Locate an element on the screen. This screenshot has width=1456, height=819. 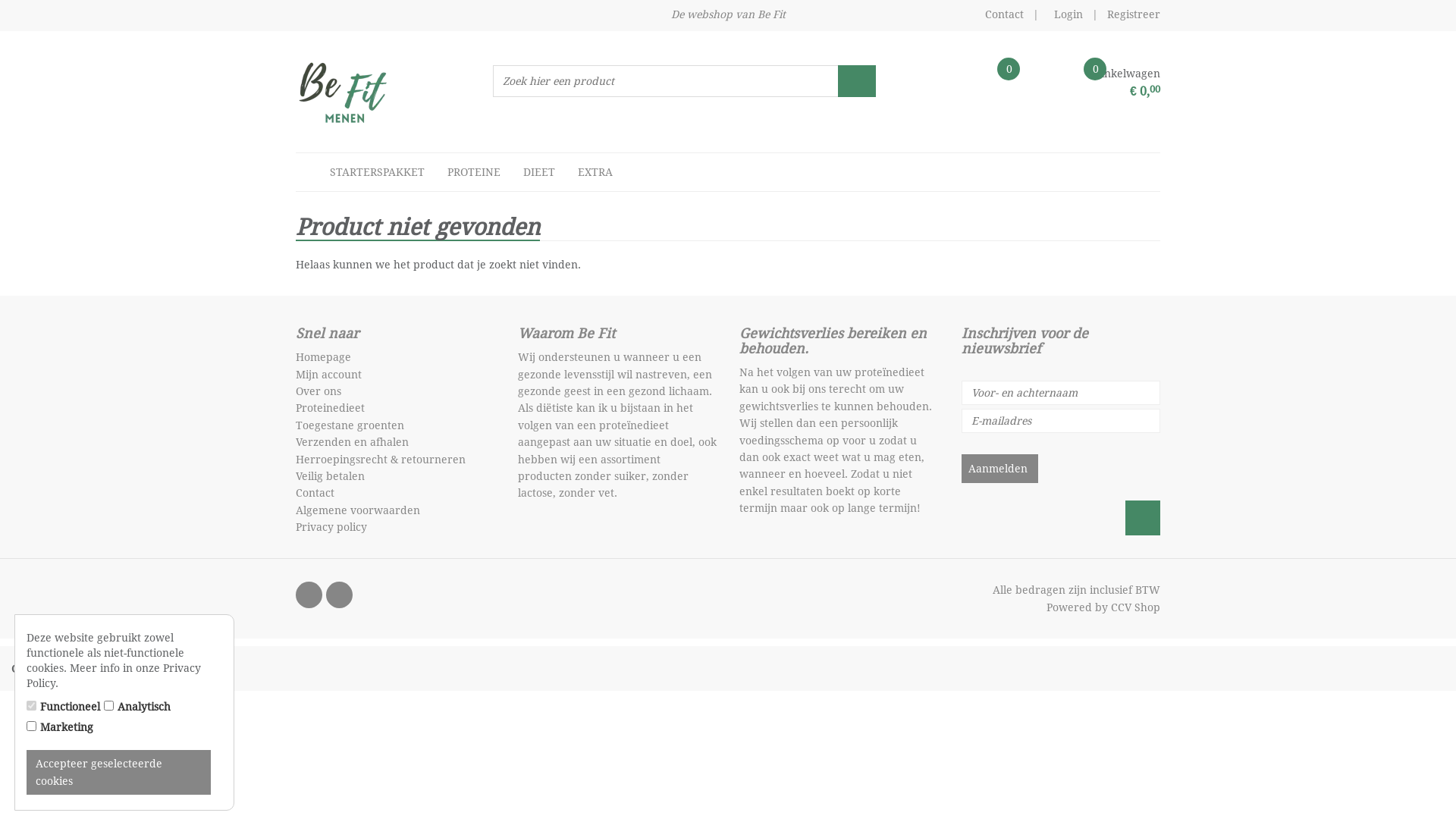
'DIEET' is located at coordinates (512, 171).